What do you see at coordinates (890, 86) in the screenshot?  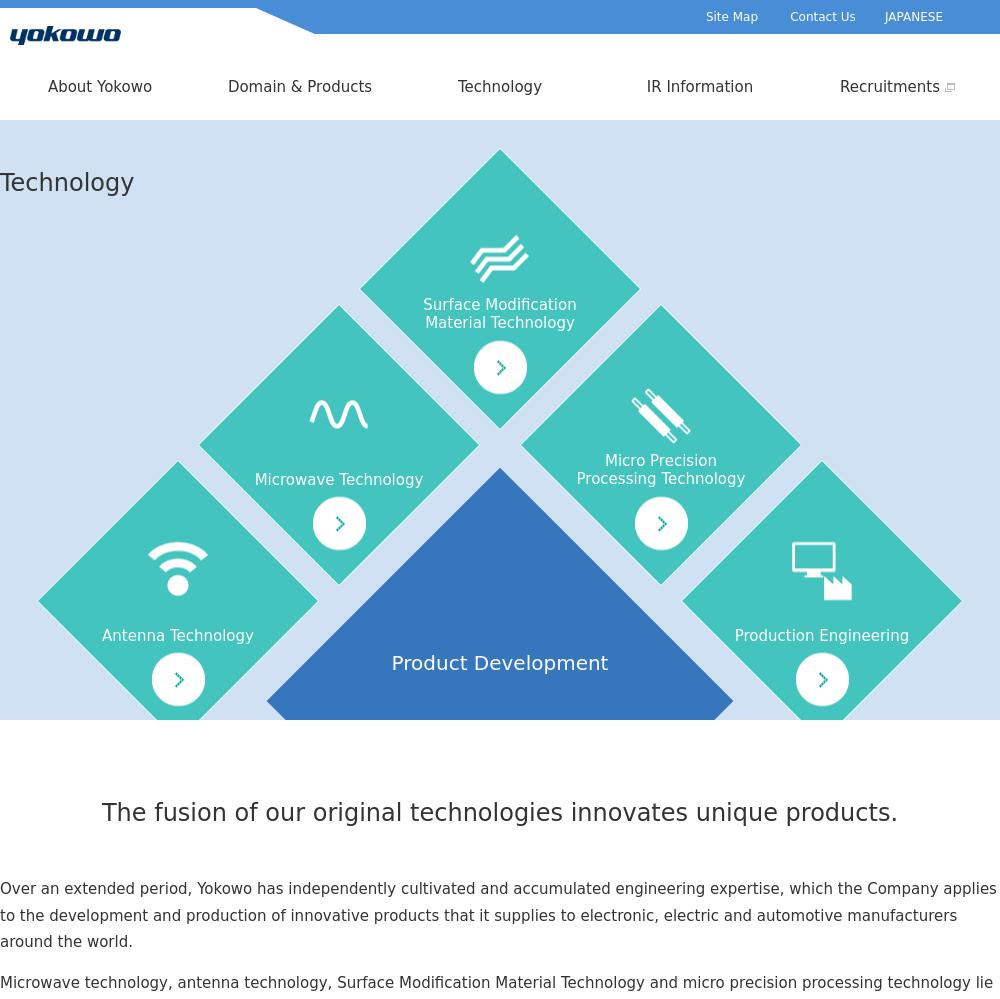 I see `'Recruitments'` at bounding box center [890, 86].